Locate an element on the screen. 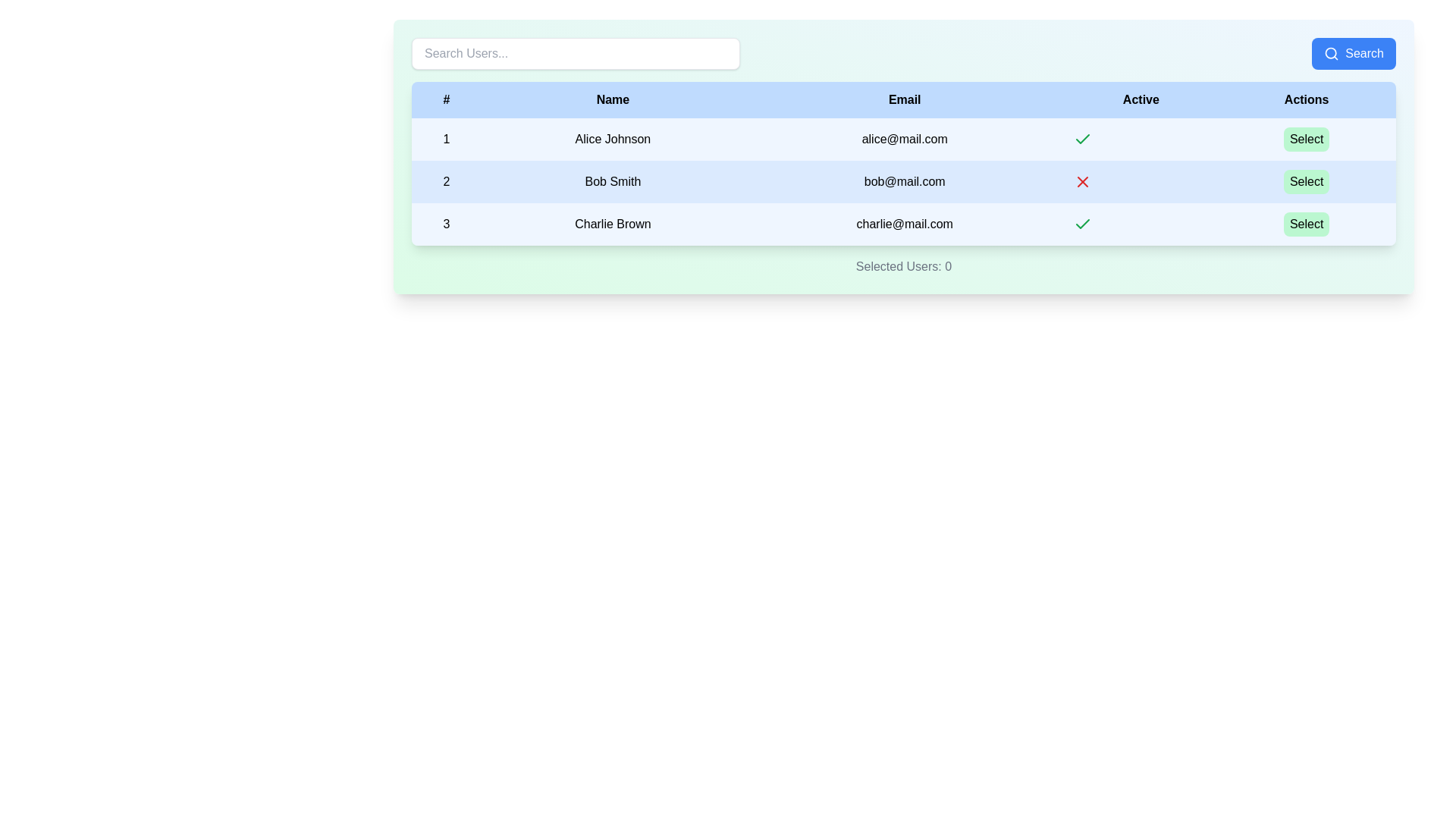 This screenshot has width=1456, height=819. the inactive status icon in the 'Active' column of the second row, which corresponds to the 'bob@mail.com' email in the 'Email' column is located at coordinates (1082, 180).